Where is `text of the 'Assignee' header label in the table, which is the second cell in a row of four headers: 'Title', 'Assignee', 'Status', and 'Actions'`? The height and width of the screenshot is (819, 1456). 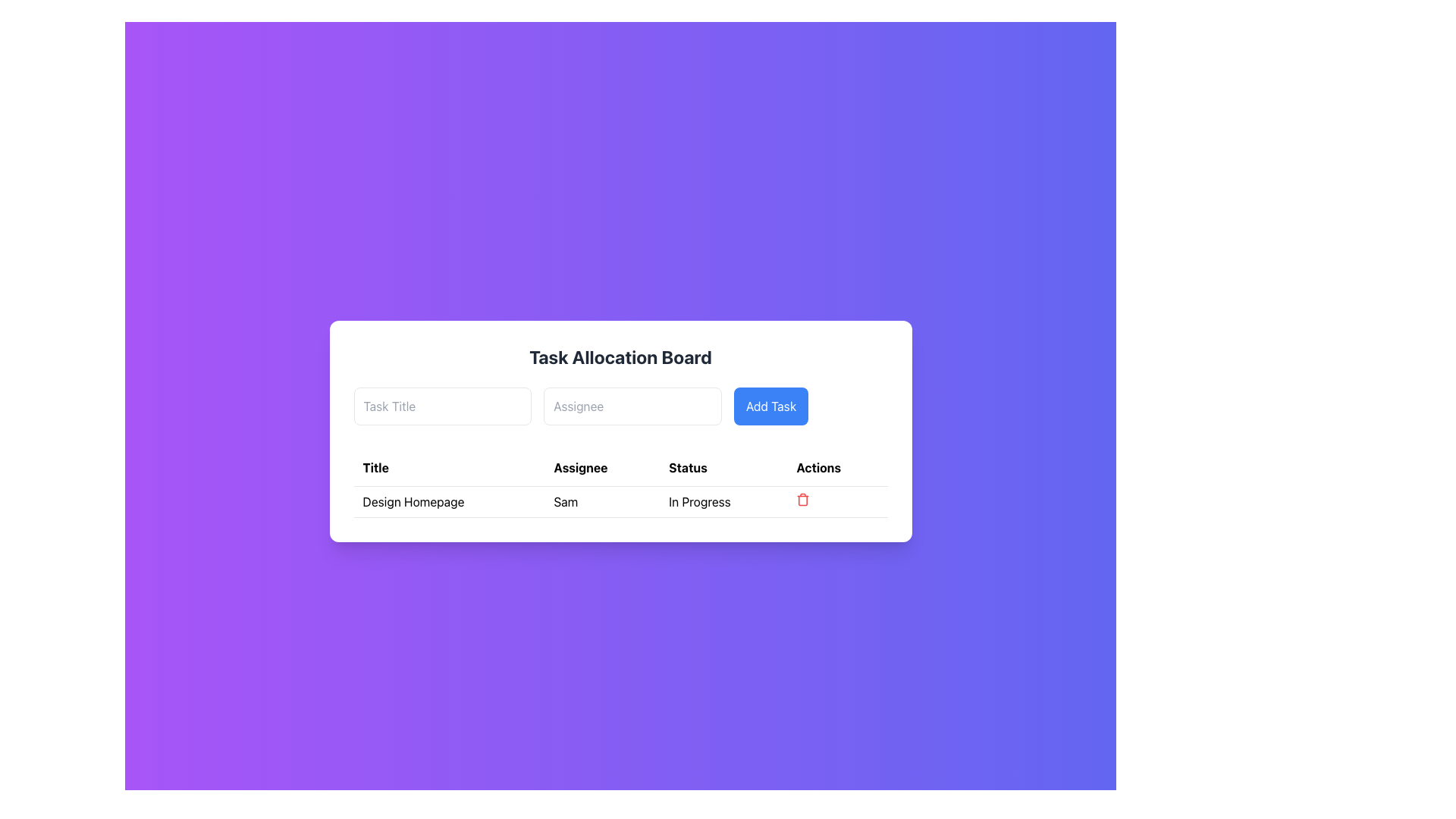 text of the 'Assignee' header label in the table, which is the second cell in a row of four headers: 'Title', 'Assignee', 'Status', and 'Actions' is located at coordinates (601, 467).